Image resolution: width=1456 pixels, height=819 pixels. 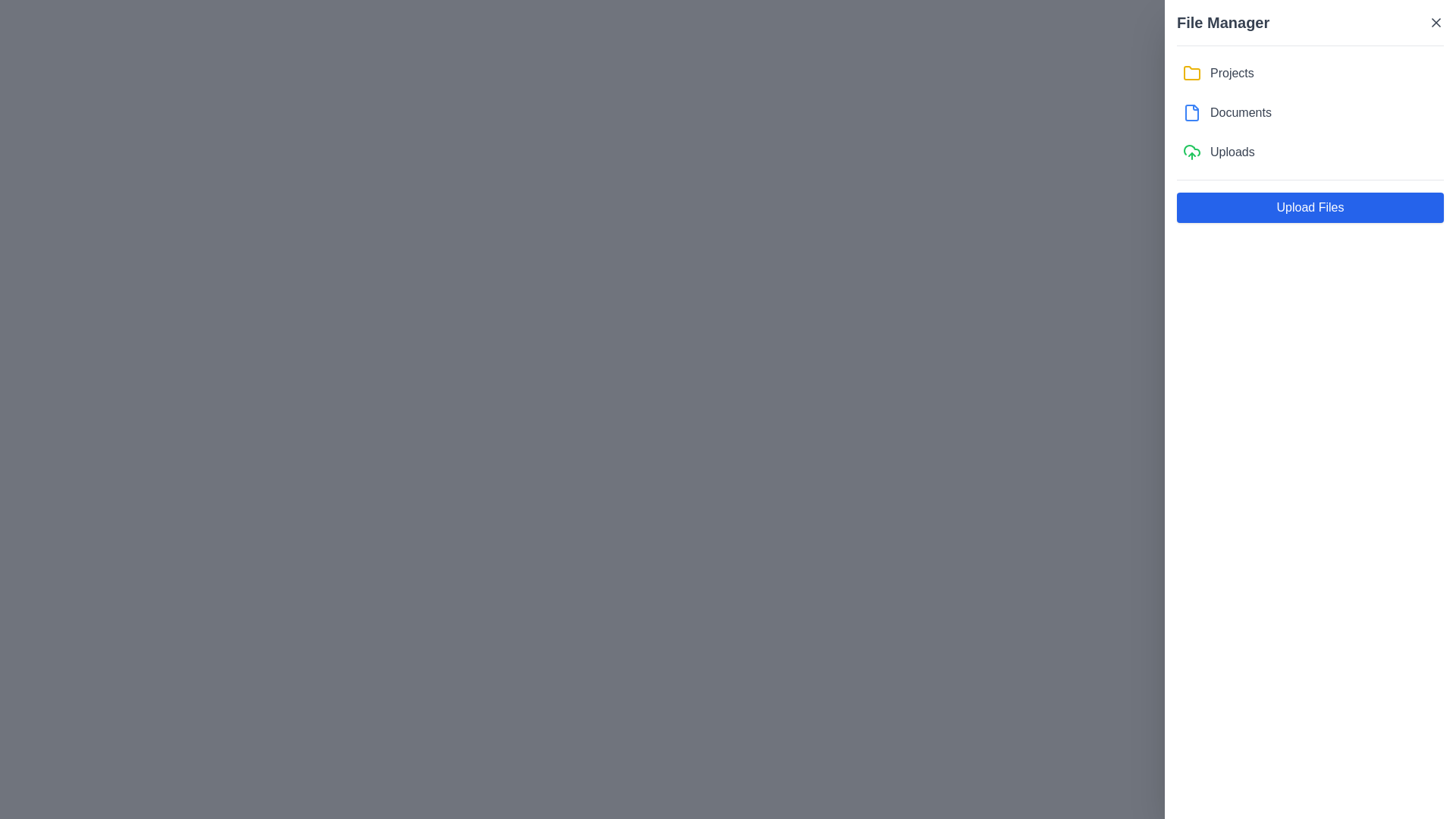 What do you see at coordinates (1310, 207) in the screenshot?
I see `the 'Upload Files' button, which is a wide rectangular button with a blue background and white text located at the bottom of the 'File Manager' panel` at bounding box center [1310, 207].